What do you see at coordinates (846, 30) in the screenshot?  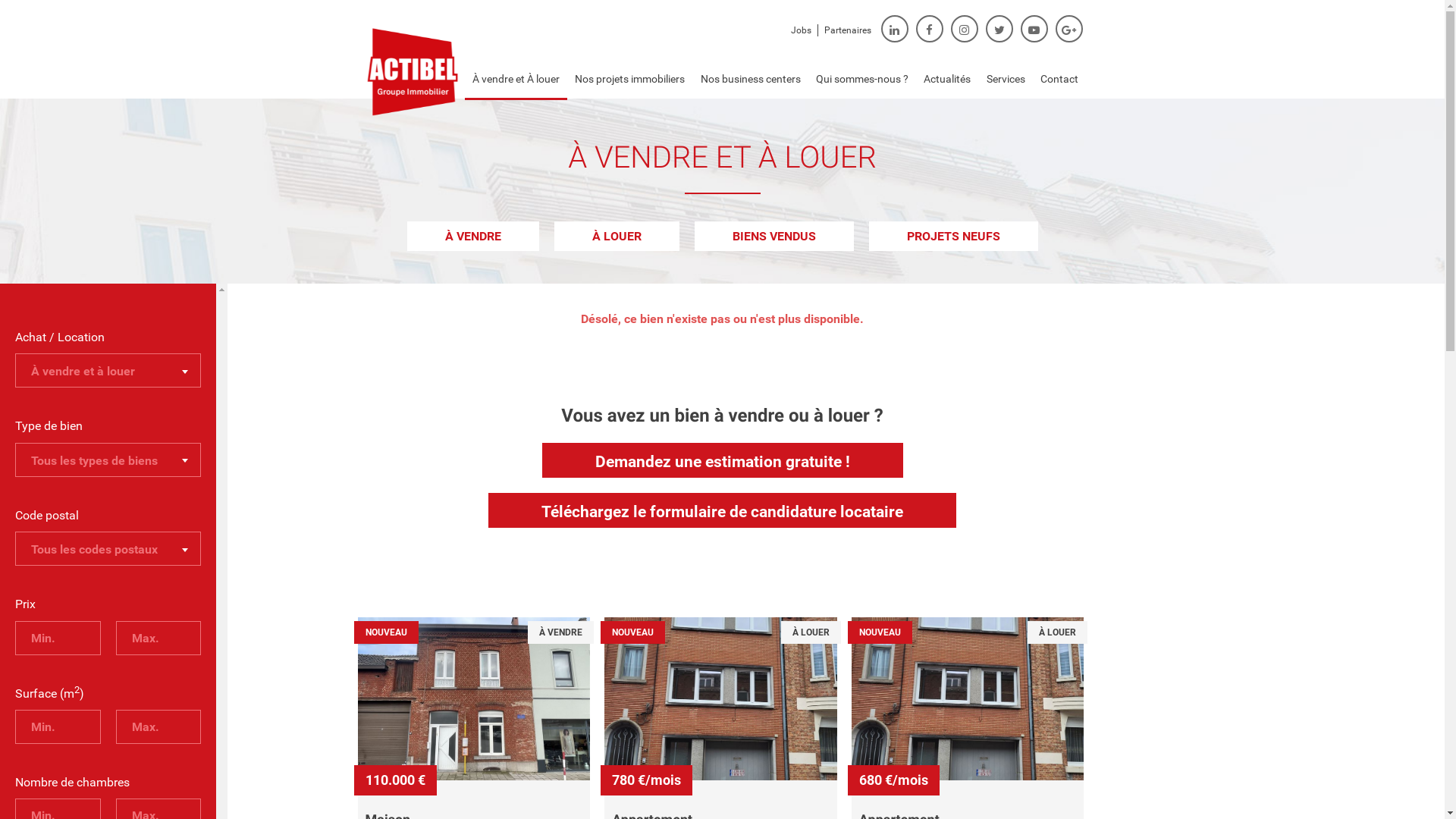 I see `'Partenaires'` at bounding box center [846, 30].